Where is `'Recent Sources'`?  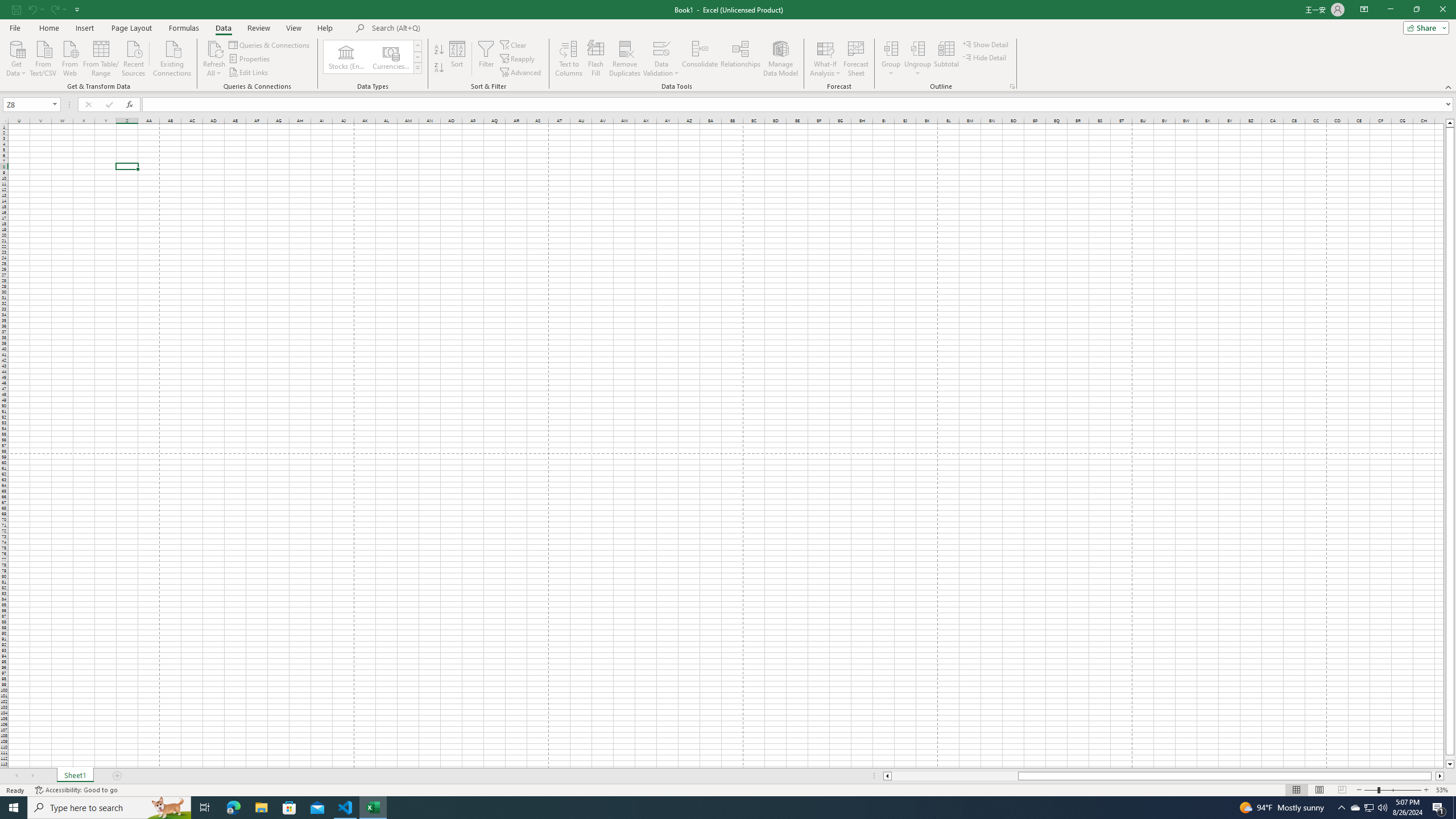
'Recent Sources' is located at coordinates (134, 57).